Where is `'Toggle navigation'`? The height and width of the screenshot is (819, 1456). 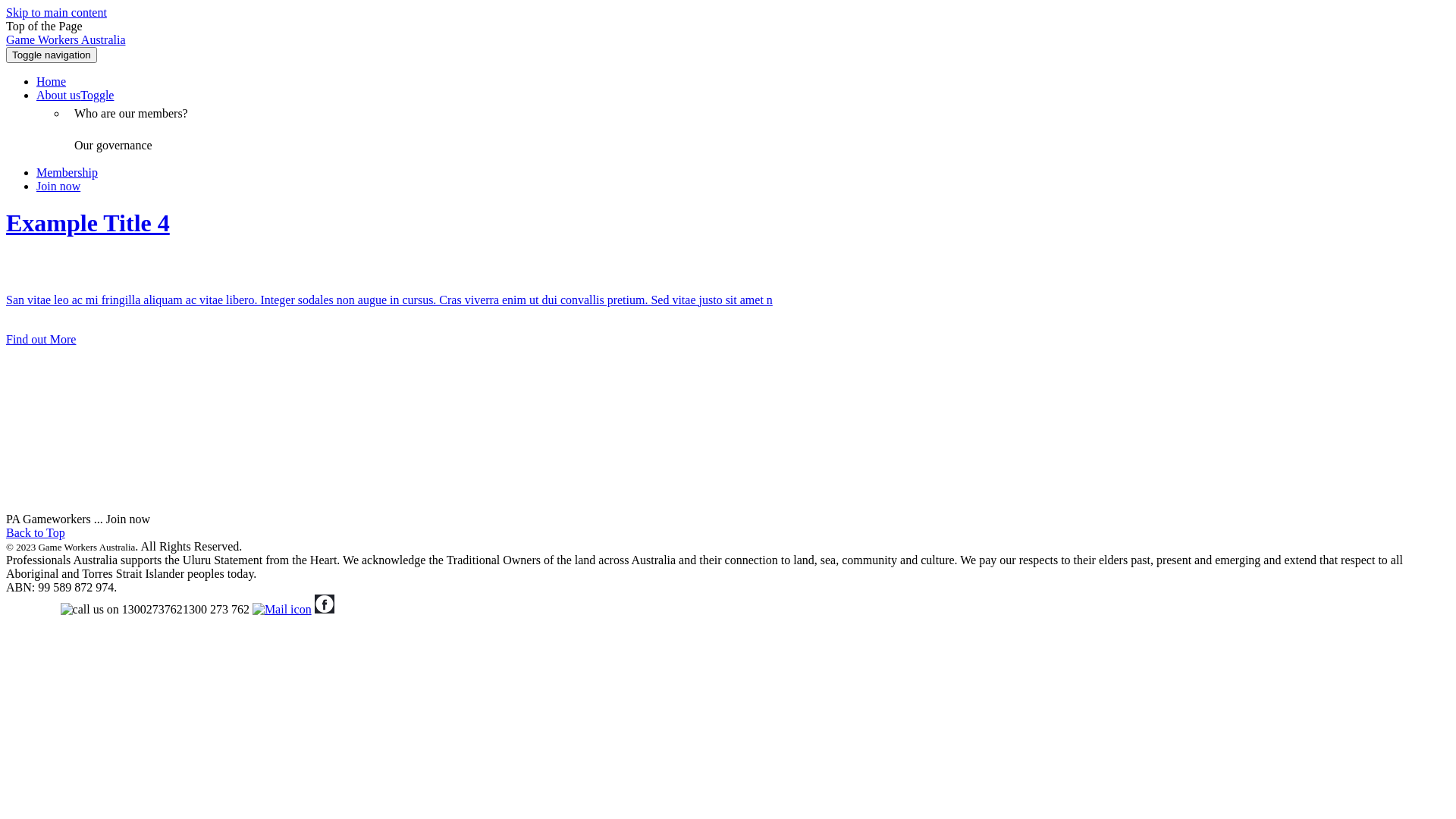 'Toggle navigation' is located at coordinates (51, 54).